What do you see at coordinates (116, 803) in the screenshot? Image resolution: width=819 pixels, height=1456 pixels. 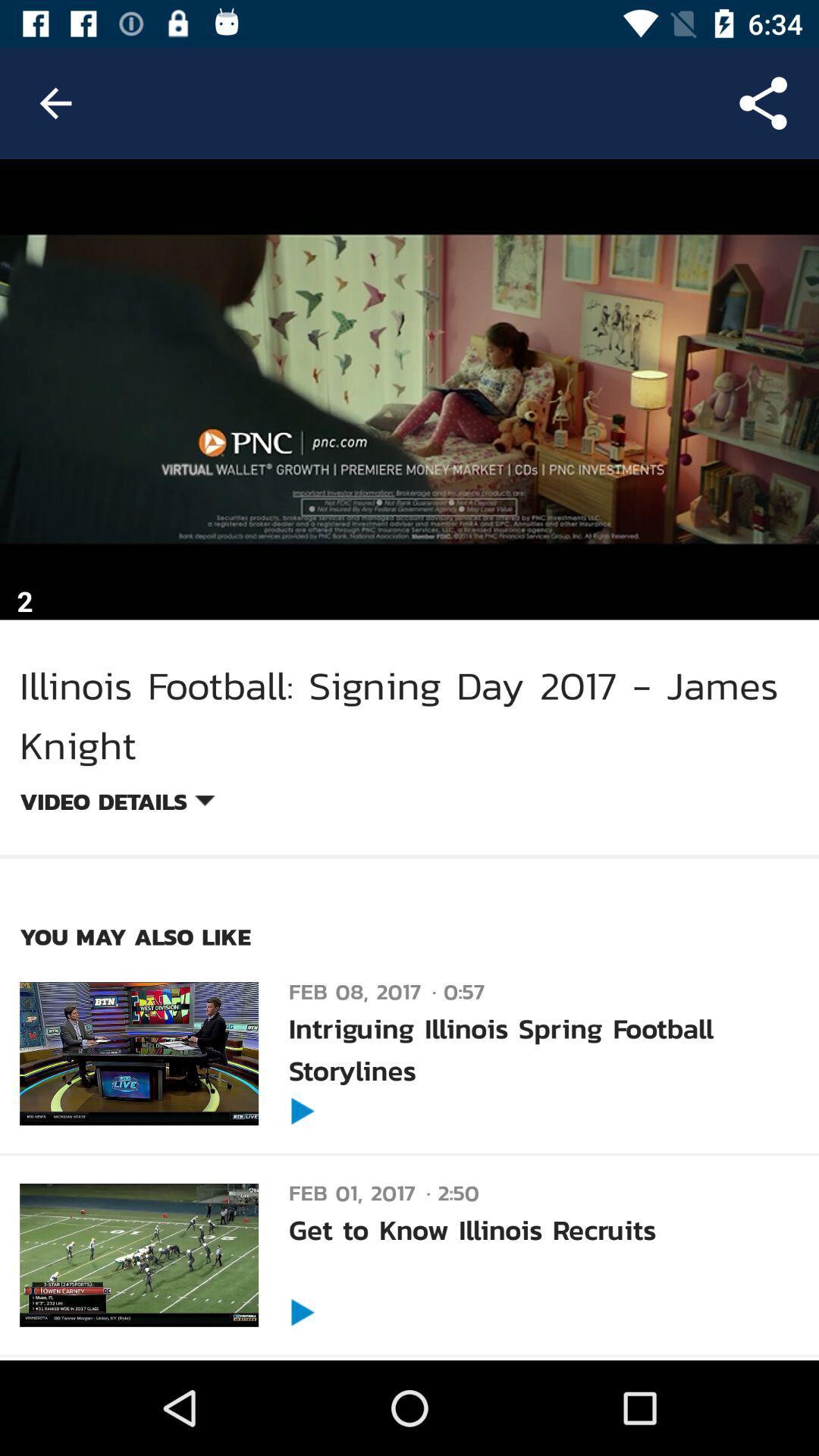 I see `item below illinois football signing item` at bounding box center [116, 803].